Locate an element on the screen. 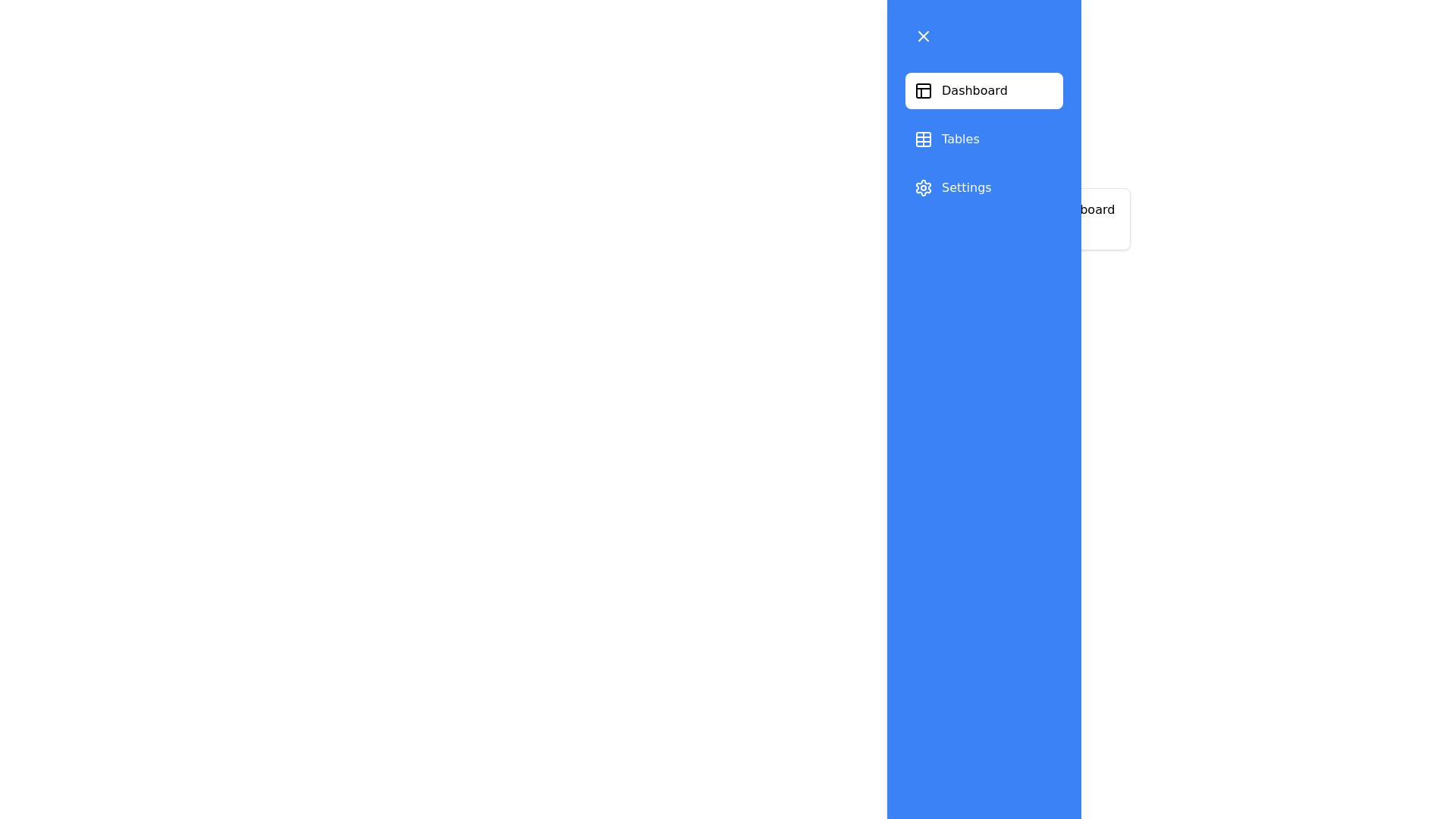 Image resolution: width=1456 pixels, height=819 pixels. the section Tables from the list is located at coordinates (984, 140).